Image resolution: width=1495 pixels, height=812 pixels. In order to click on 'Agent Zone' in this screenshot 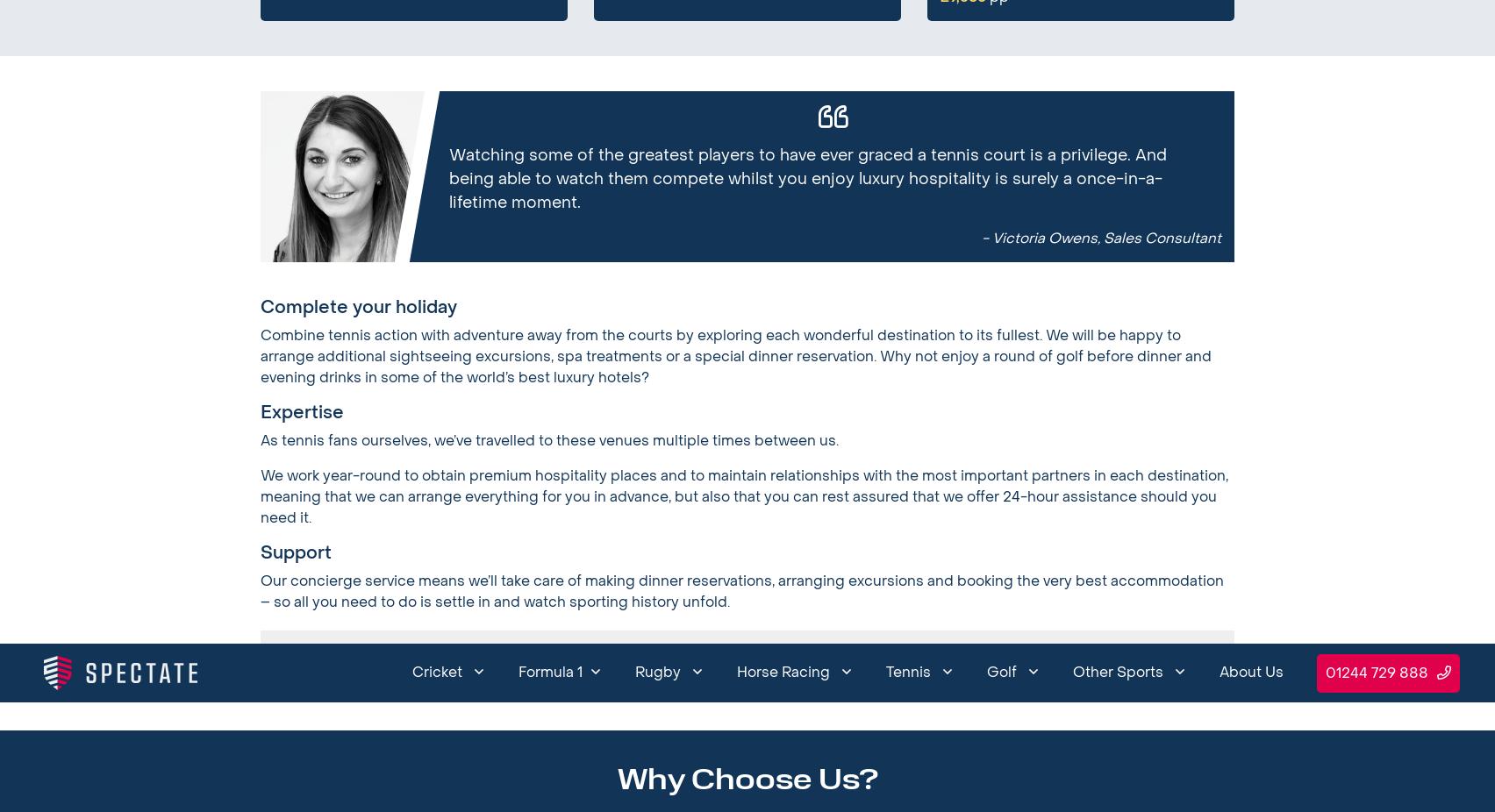, I will do `click(1056, 61)`.